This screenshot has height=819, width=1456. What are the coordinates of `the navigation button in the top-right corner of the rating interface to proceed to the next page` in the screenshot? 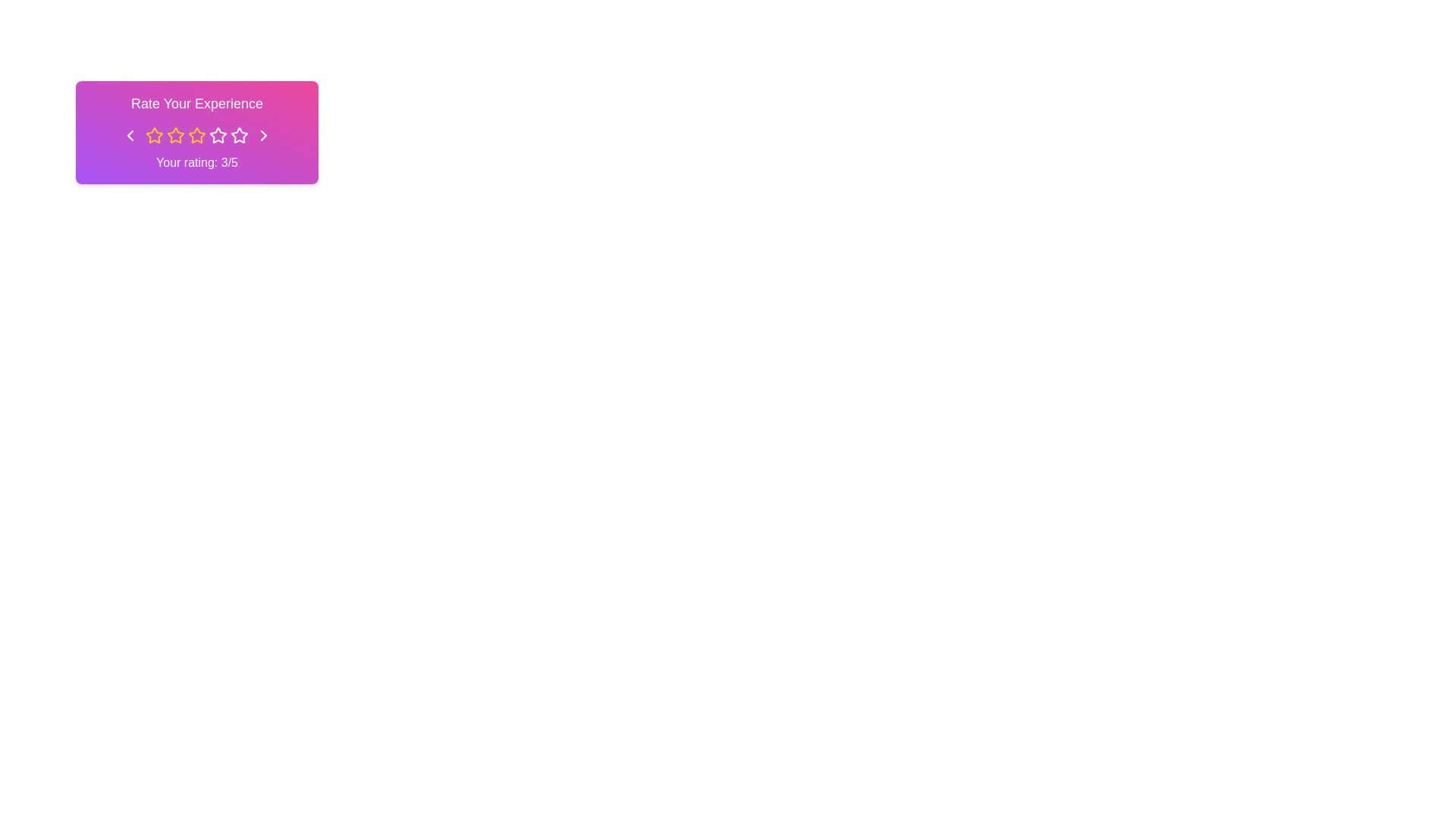 It's located at (263, 134).